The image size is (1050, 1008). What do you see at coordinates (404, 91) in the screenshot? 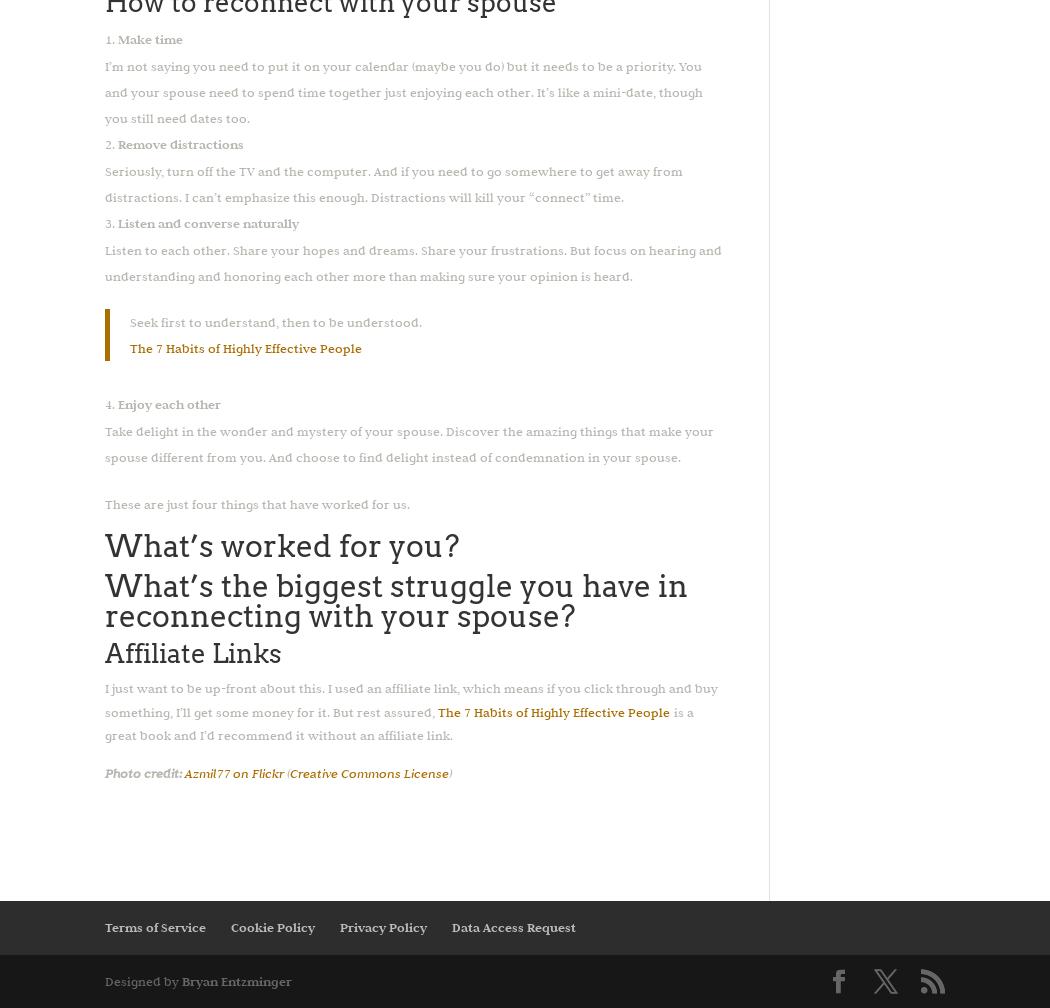
I see `'I’m not saying you need to put it on your calendar (maybe you do) but it needs to be a priority. You and your spouse need to spend time together just enjoying each other. It’s like a mini-date, though you still need dates too.'` at bounding box center [404, 91].